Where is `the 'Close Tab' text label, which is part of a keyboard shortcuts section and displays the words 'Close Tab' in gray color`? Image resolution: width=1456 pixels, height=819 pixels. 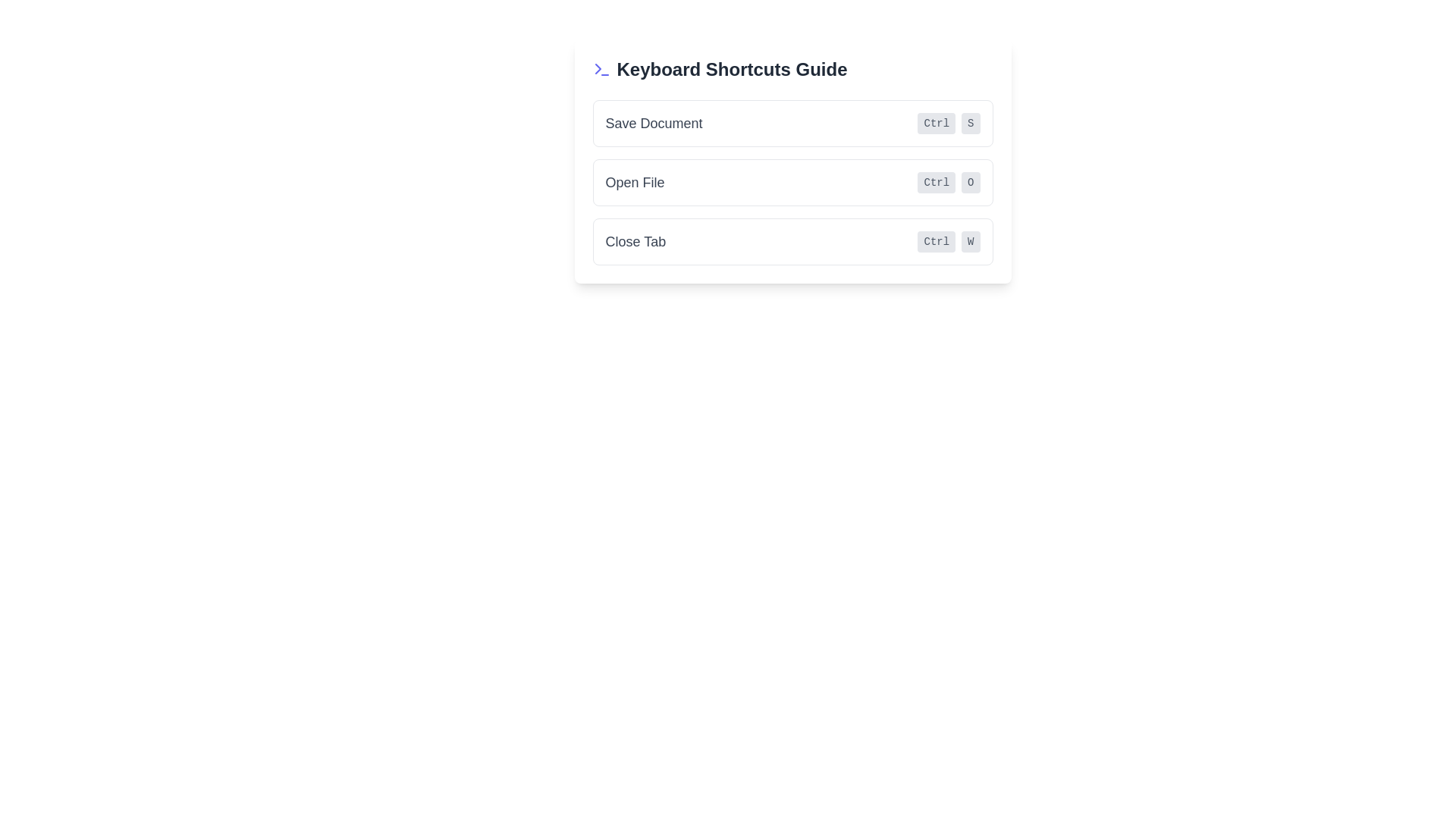
the 'Close Tab' text label, which is part of a keyboard shortcuts section and displays the words 'Close Tab' in gray color is located at coordinates (635, 241).